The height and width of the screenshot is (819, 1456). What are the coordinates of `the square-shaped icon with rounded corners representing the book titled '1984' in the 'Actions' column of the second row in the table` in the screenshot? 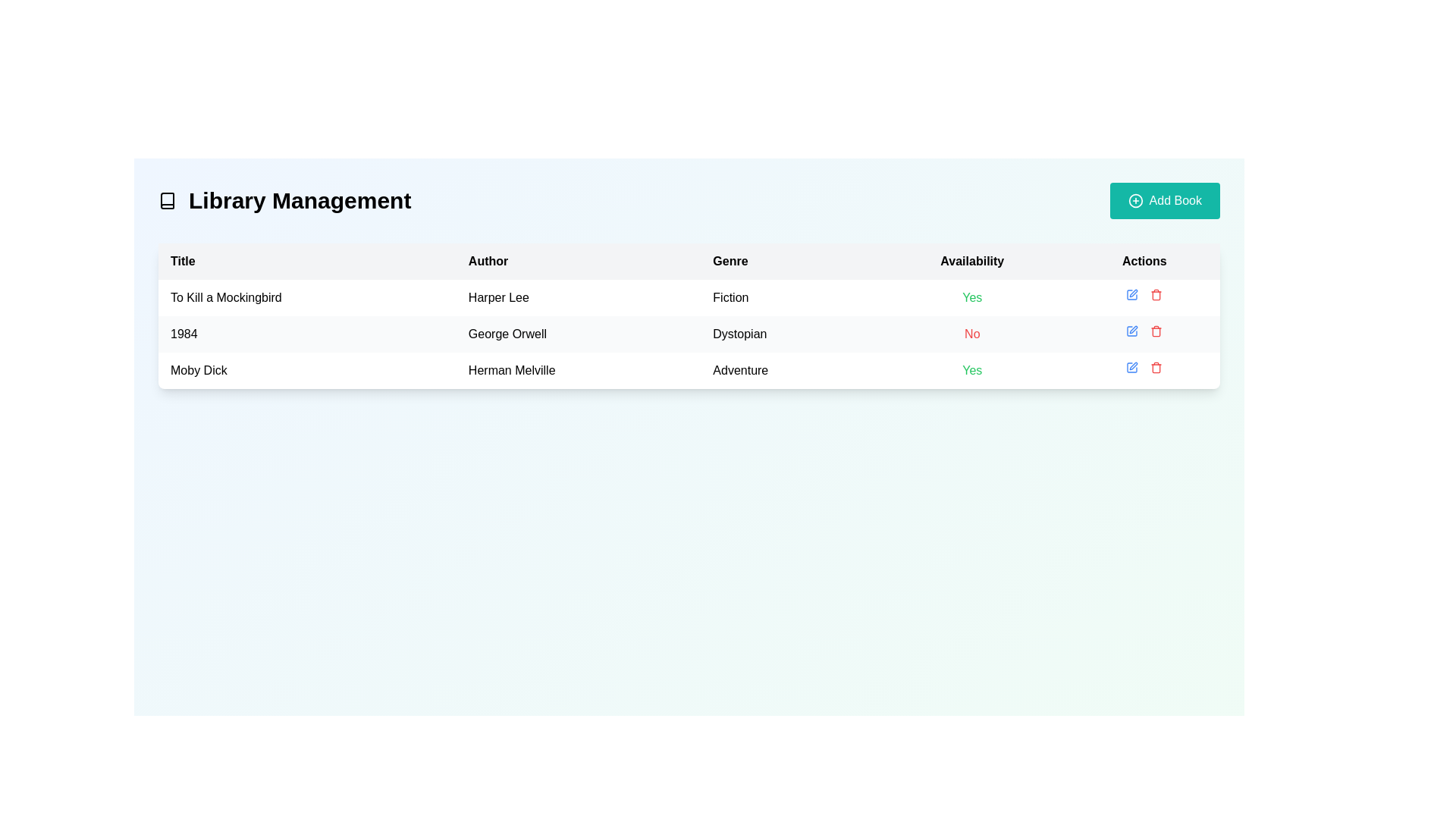 It's located at (1132, 330).